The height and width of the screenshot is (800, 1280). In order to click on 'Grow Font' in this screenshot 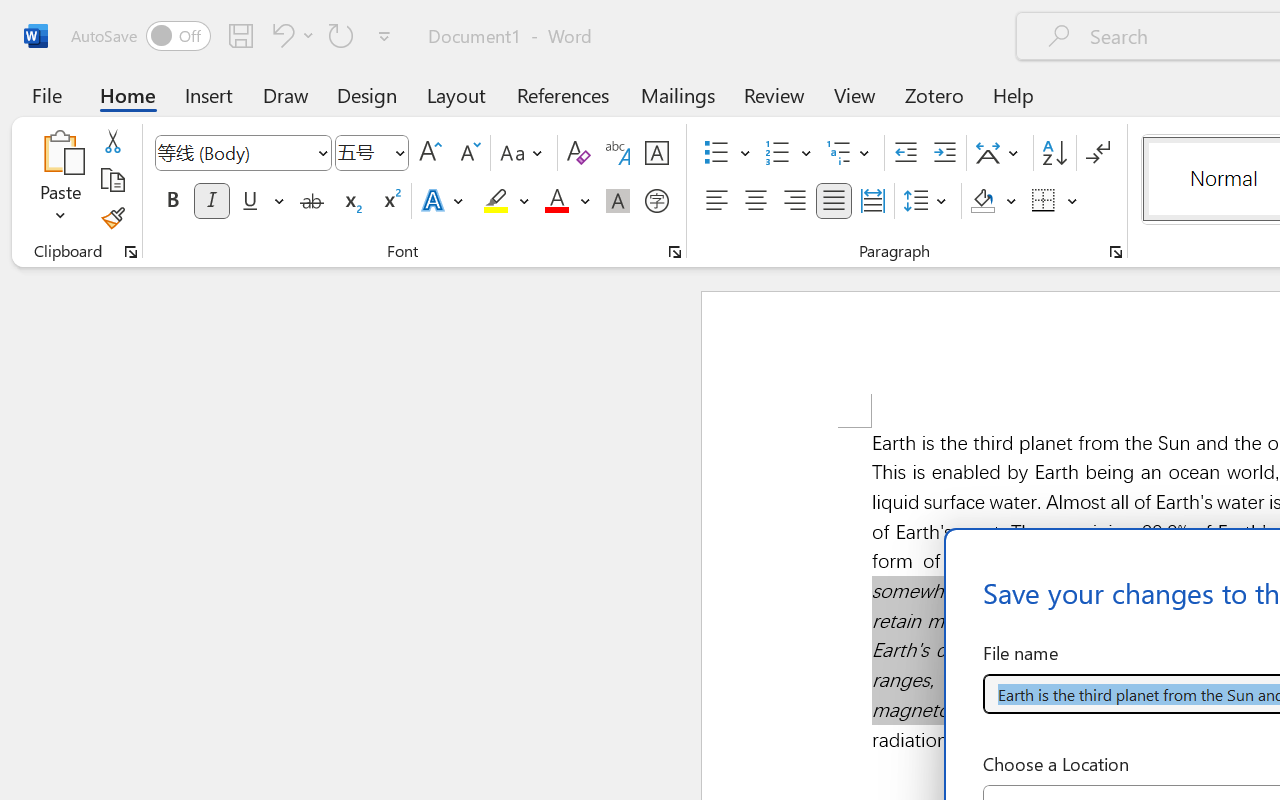, I will do `click(429, 153)`.